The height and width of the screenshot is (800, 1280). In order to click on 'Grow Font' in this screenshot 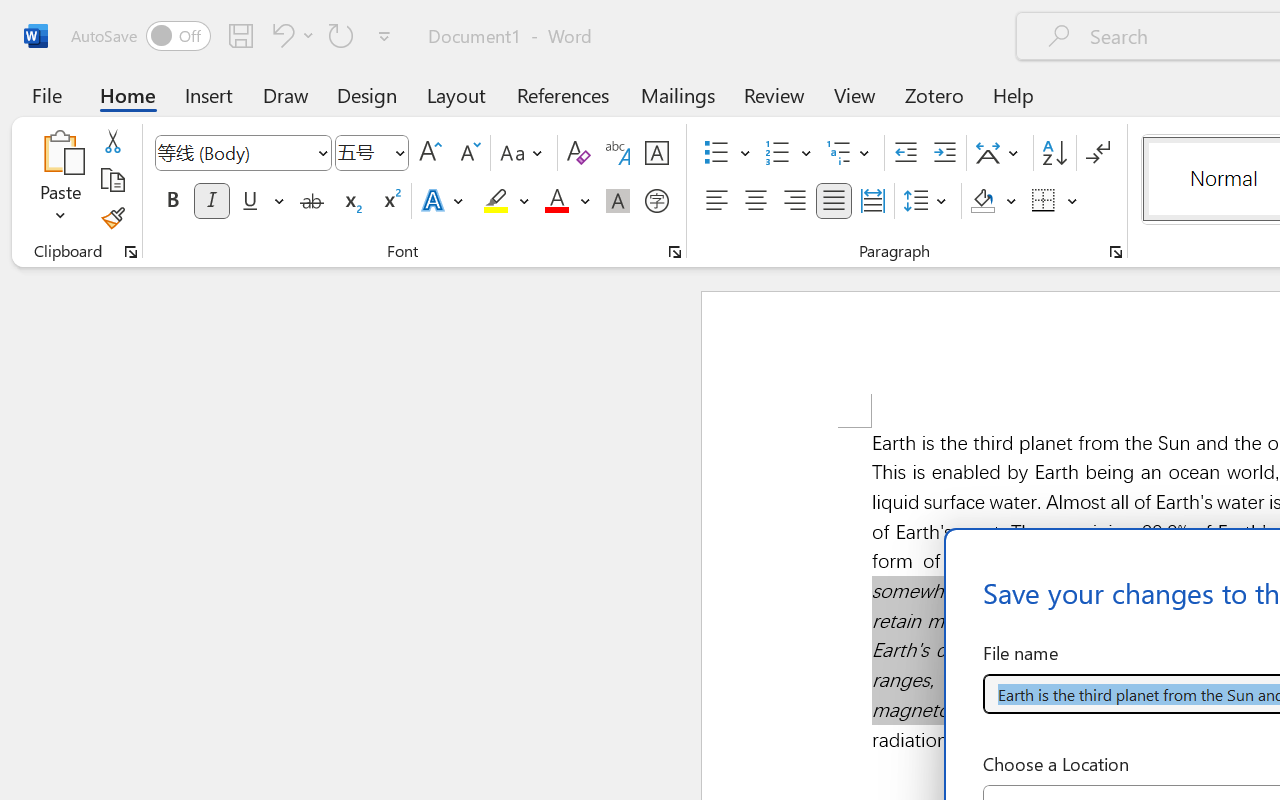, I will do `click(429, 153)`.